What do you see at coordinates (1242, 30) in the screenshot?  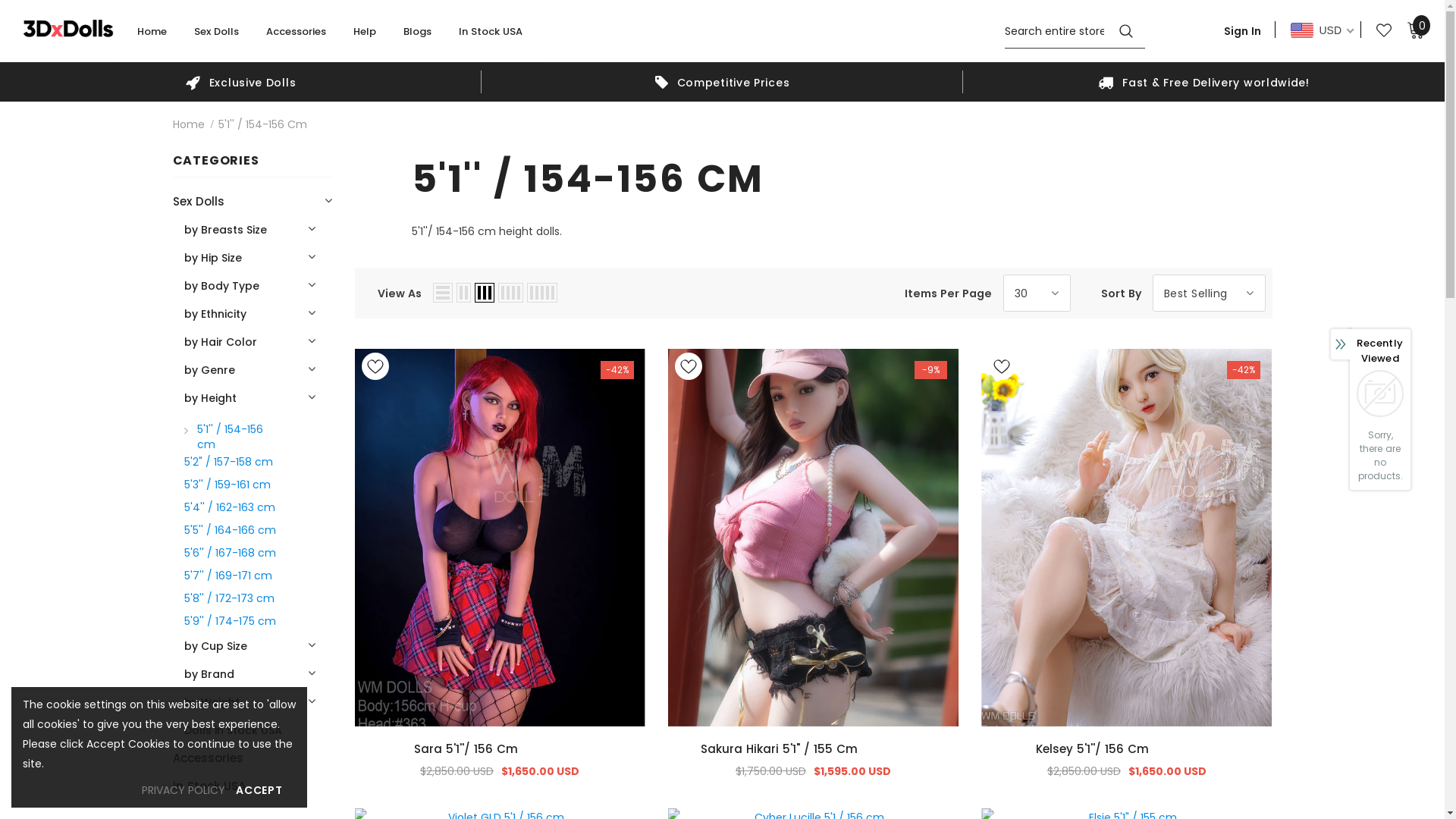 I see `'Sign In'` at bounding box center [1242, 30].